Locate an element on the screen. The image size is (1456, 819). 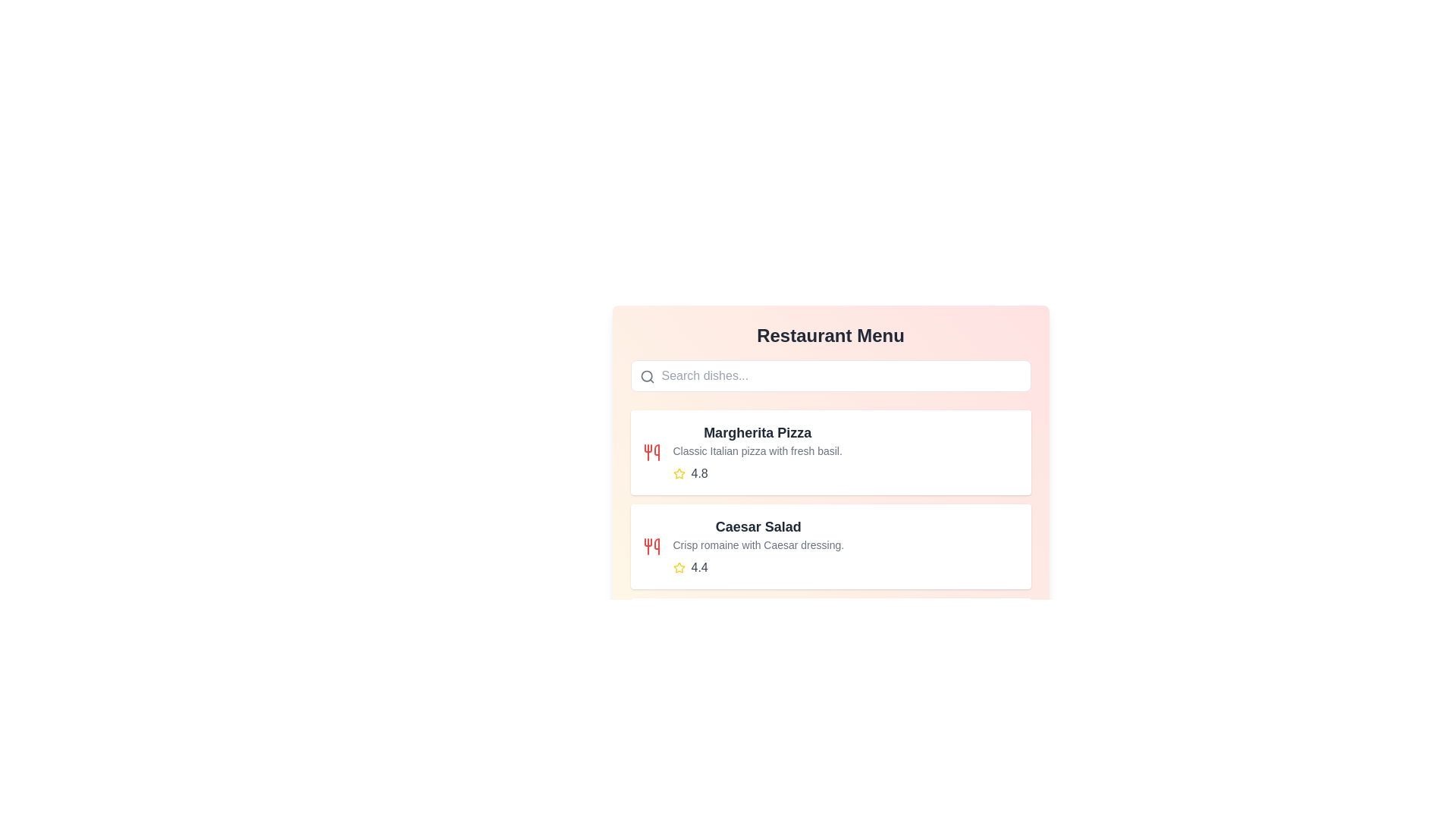
the dining utensils icon adjacent to the text 'Caesar Salad' in the second card of the food items list is located at coordinates (656, 452).